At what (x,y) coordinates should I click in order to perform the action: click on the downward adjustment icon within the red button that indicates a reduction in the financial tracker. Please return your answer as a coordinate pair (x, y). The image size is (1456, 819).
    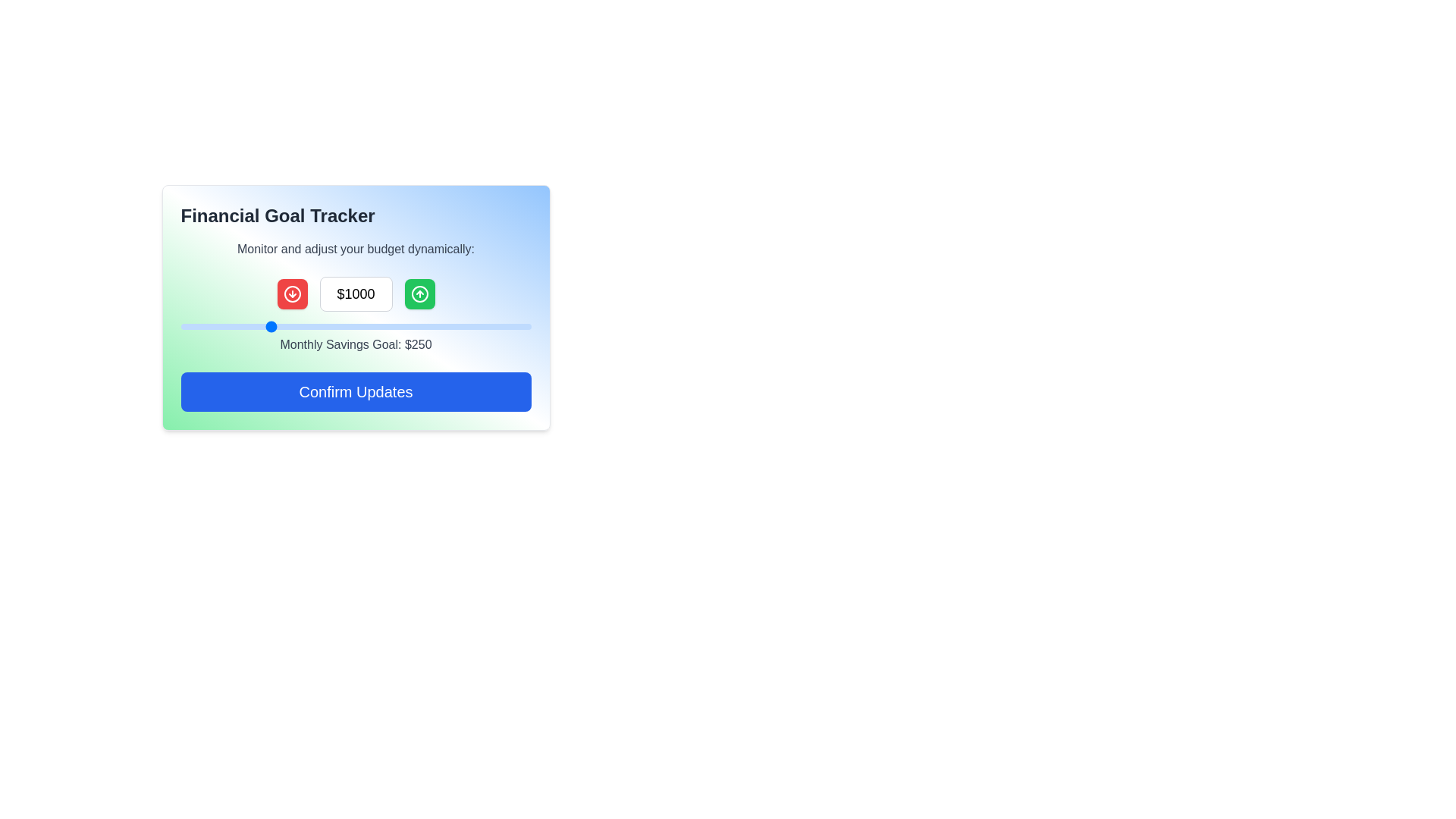
    Looking at the image, I should click on (292, 294).